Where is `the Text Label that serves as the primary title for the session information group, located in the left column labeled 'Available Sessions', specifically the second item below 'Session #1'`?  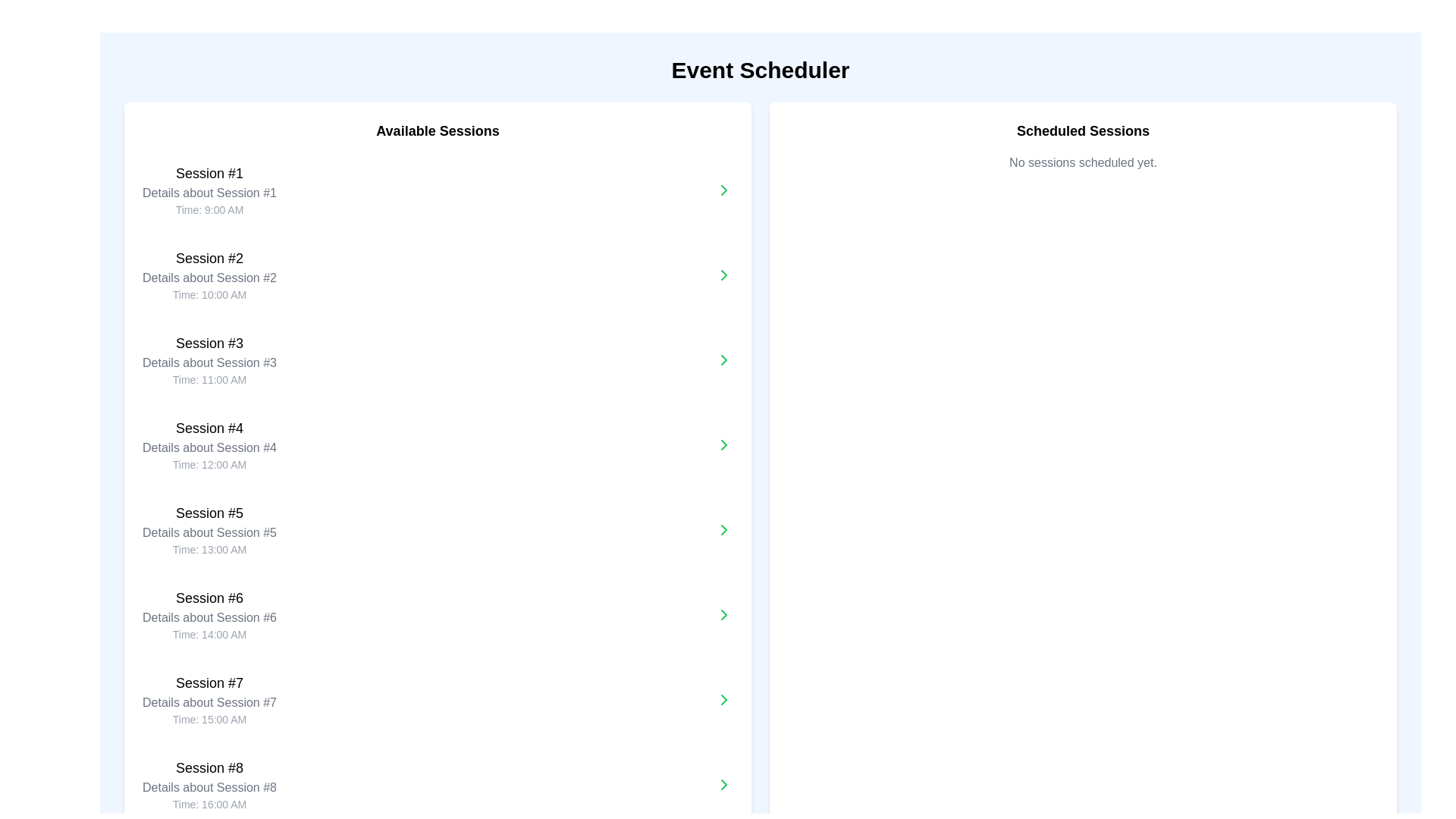
the Text Label that serves as the primary title for the session information group, located in the left column labeled 'Available Sessions', specifically the second item below 'Session #1' is located at coordinates (209, 257).